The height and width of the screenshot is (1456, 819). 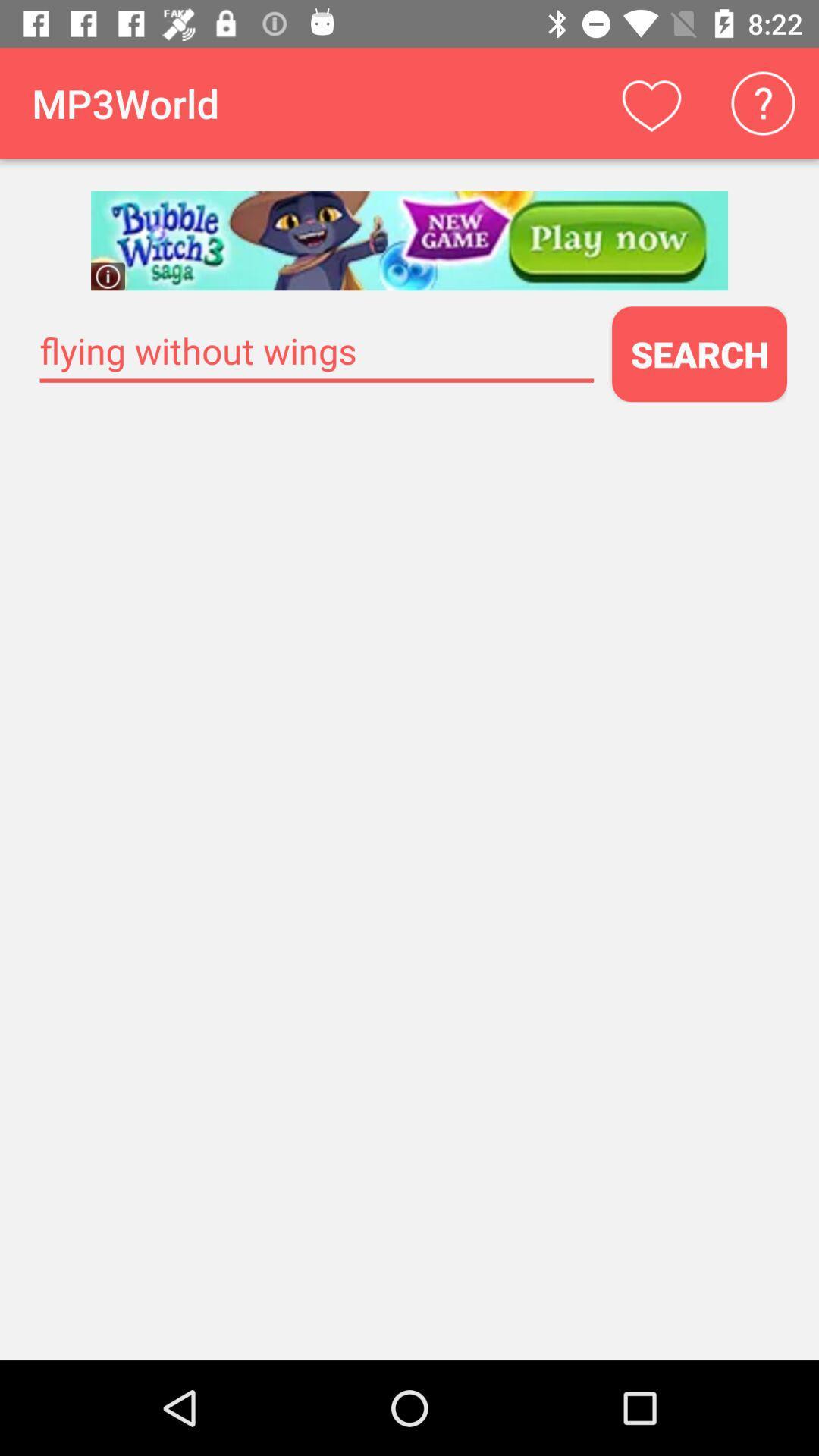 I want to click on advertisement link, so click(x=409, y=240).